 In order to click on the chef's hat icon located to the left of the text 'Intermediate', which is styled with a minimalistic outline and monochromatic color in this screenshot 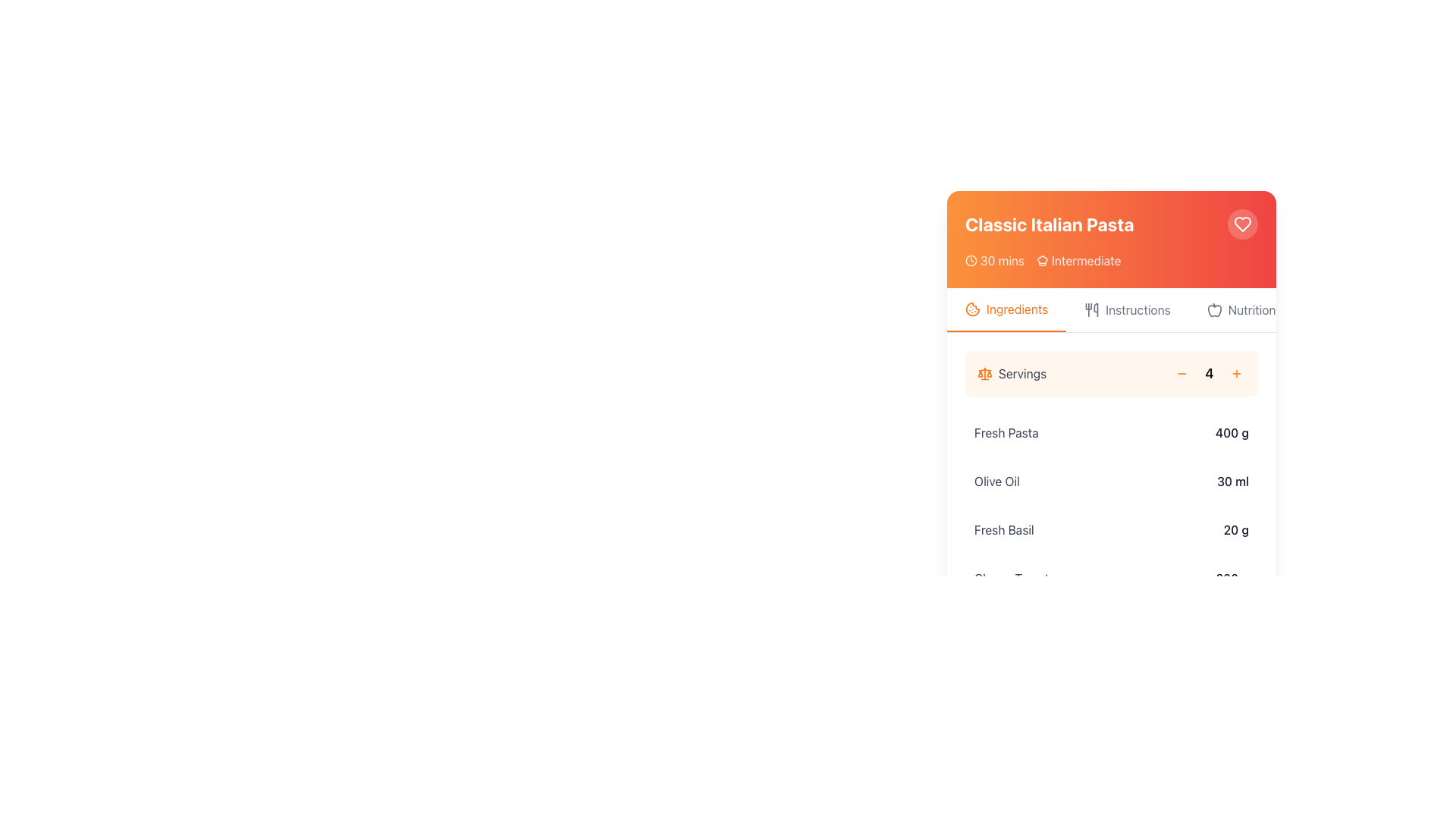, I will do `click(1042, 259)`.